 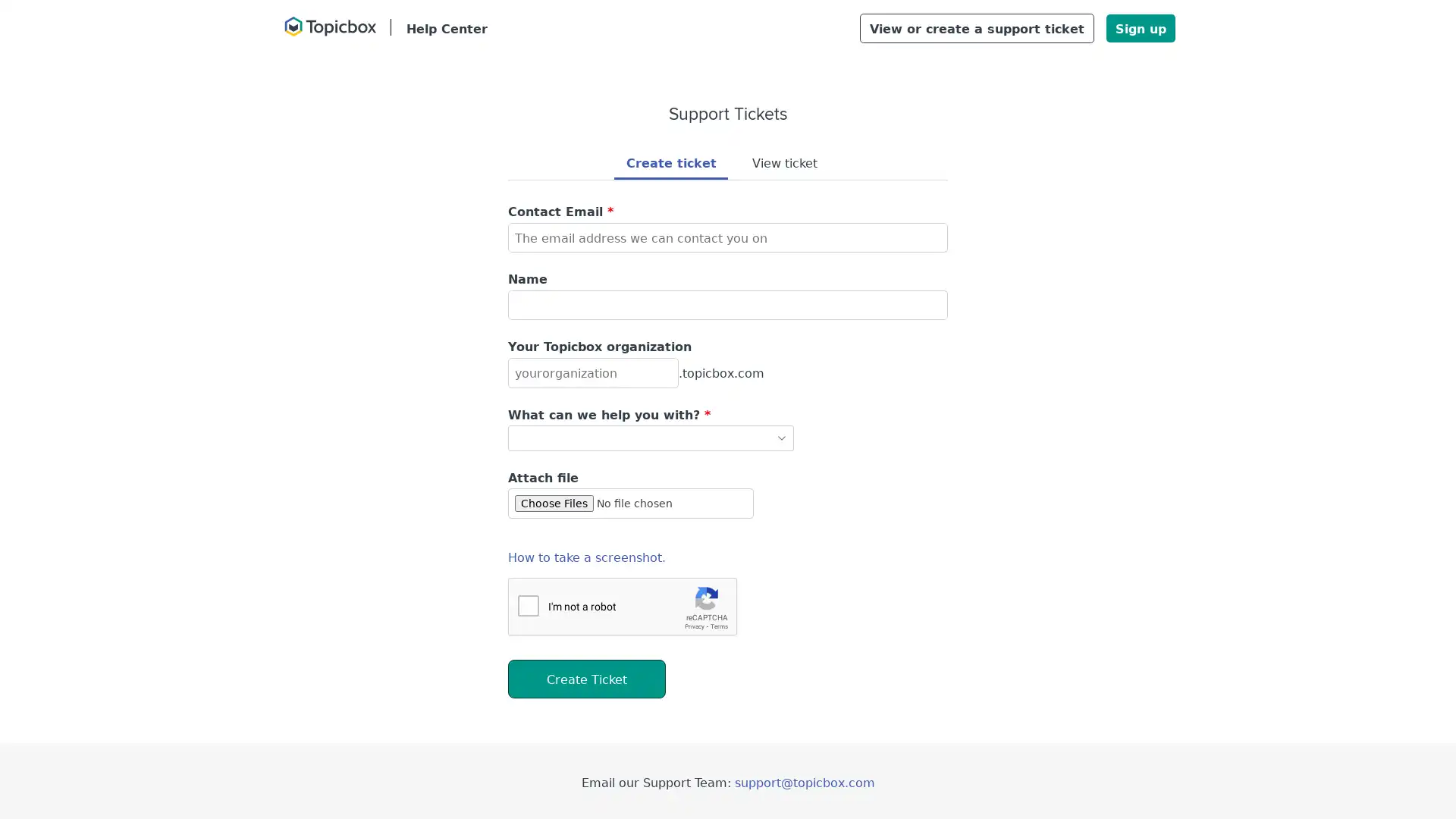 I want to click on Create Ticket, so click(x=585, y=677).